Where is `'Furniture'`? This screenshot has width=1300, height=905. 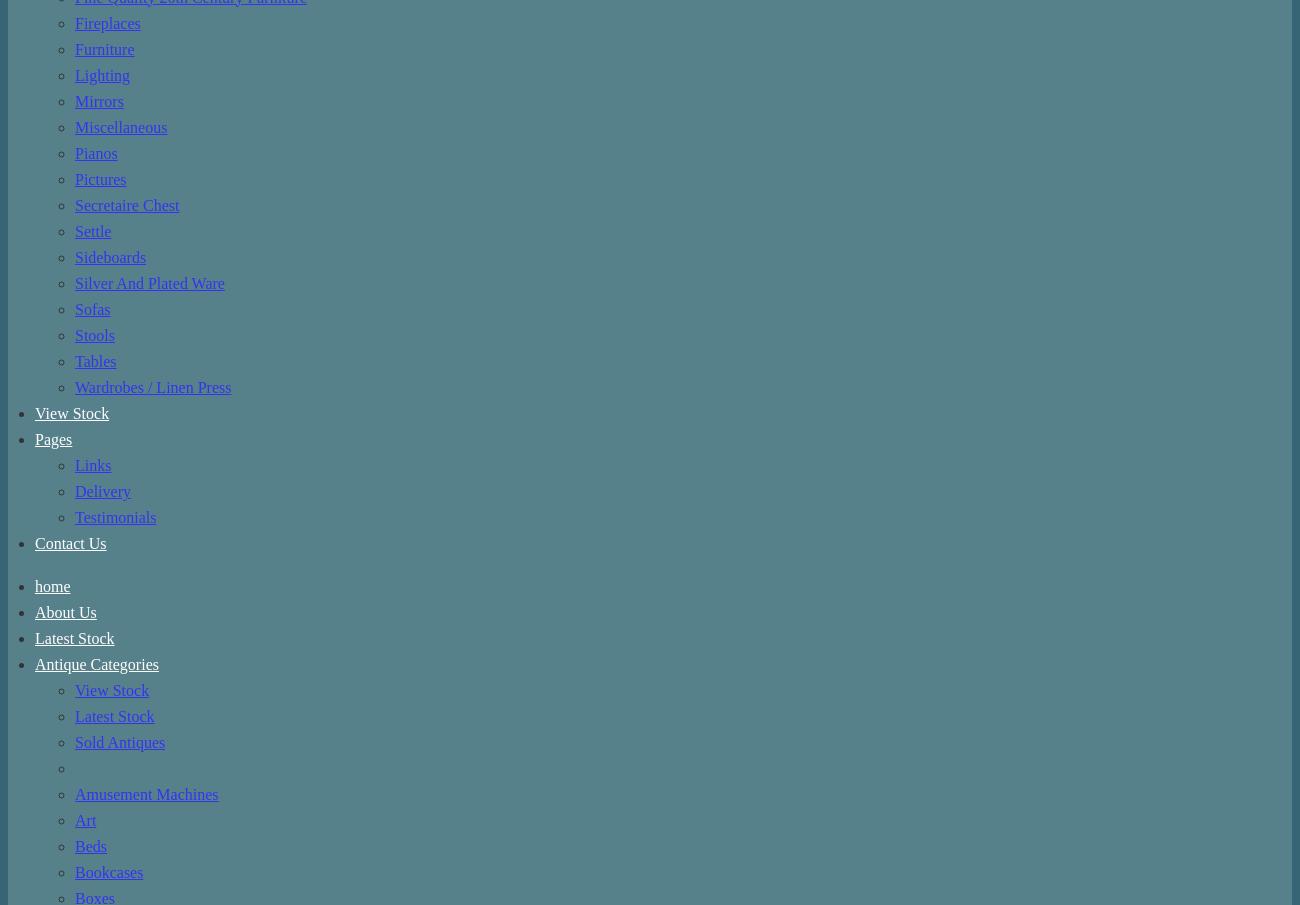
'Furniture' is located at coordinates (104, 47).